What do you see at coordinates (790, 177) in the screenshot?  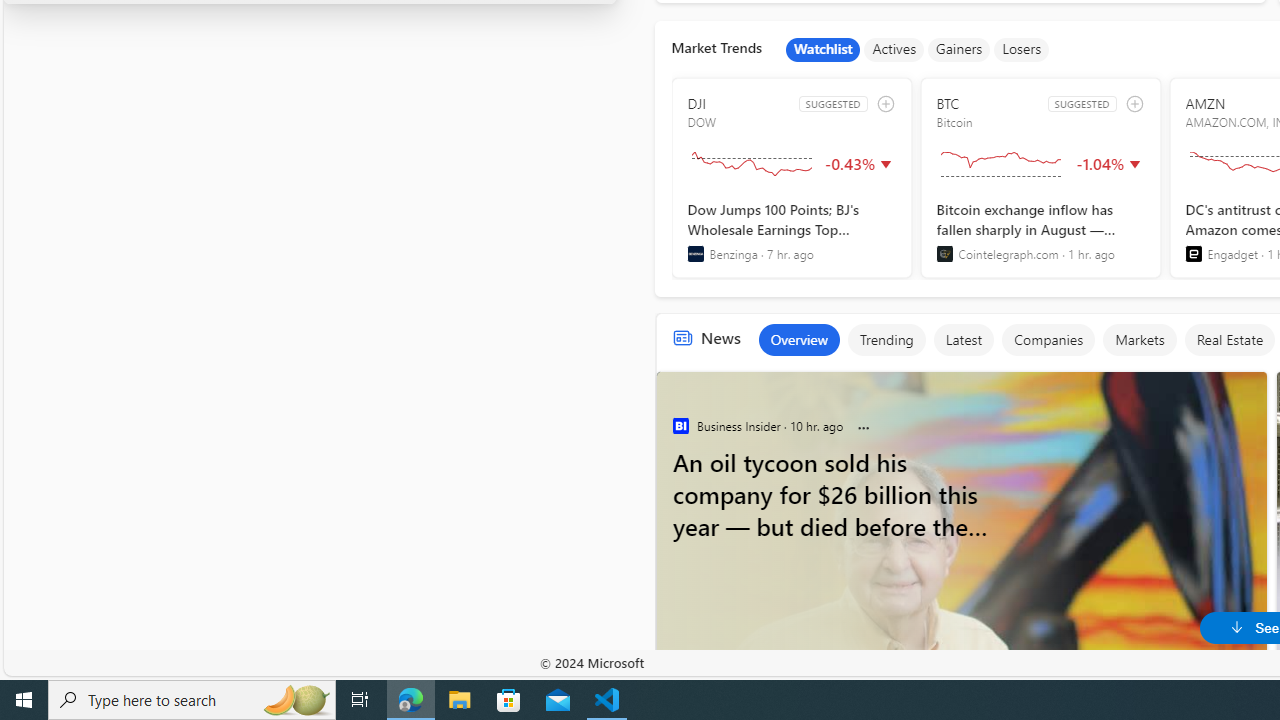 I see `'DJI SUGGESTED DOW'` at bounding box center [790, 177].